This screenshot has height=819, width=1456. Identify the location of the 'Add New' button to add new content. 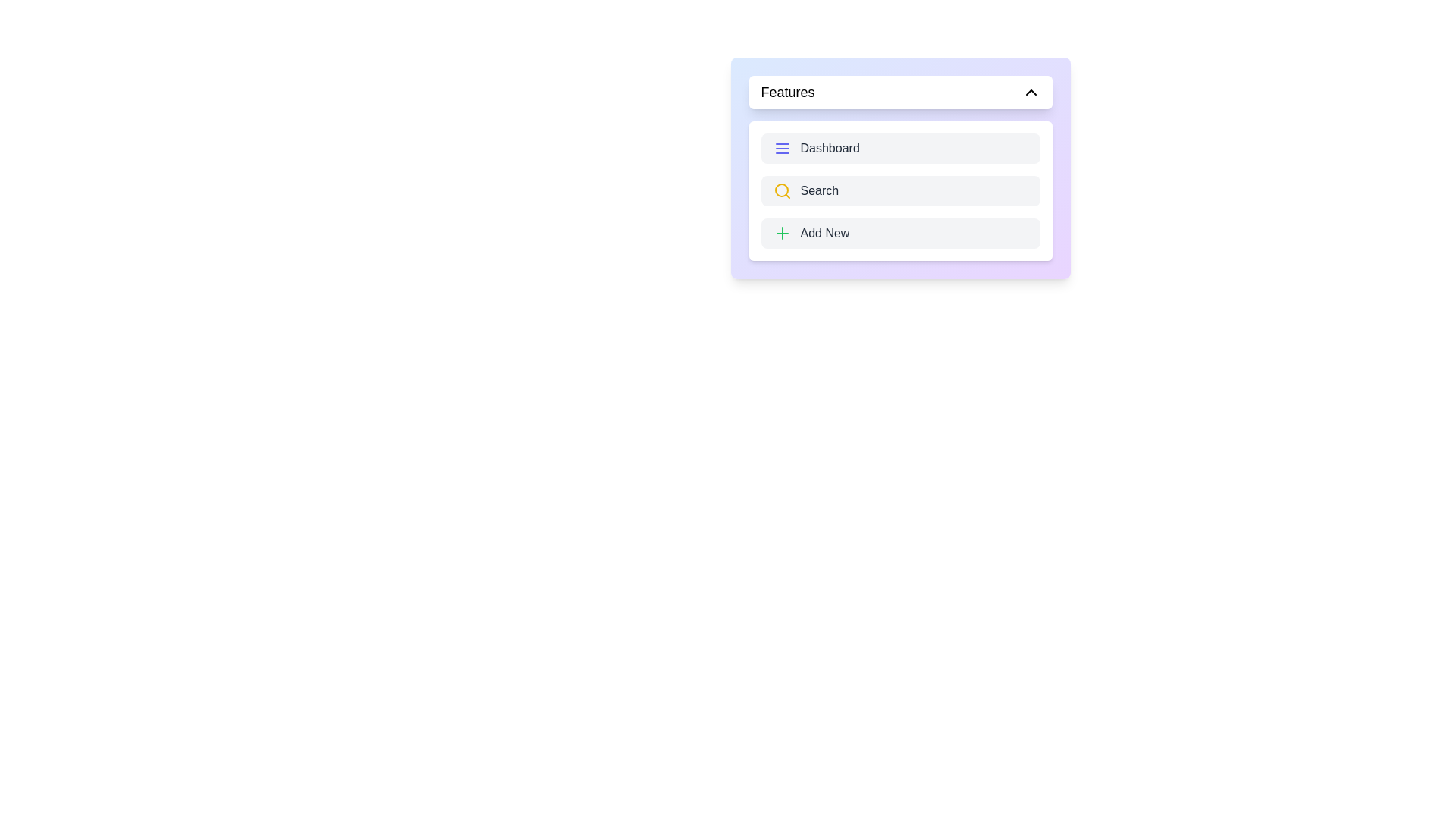
(900, 234).